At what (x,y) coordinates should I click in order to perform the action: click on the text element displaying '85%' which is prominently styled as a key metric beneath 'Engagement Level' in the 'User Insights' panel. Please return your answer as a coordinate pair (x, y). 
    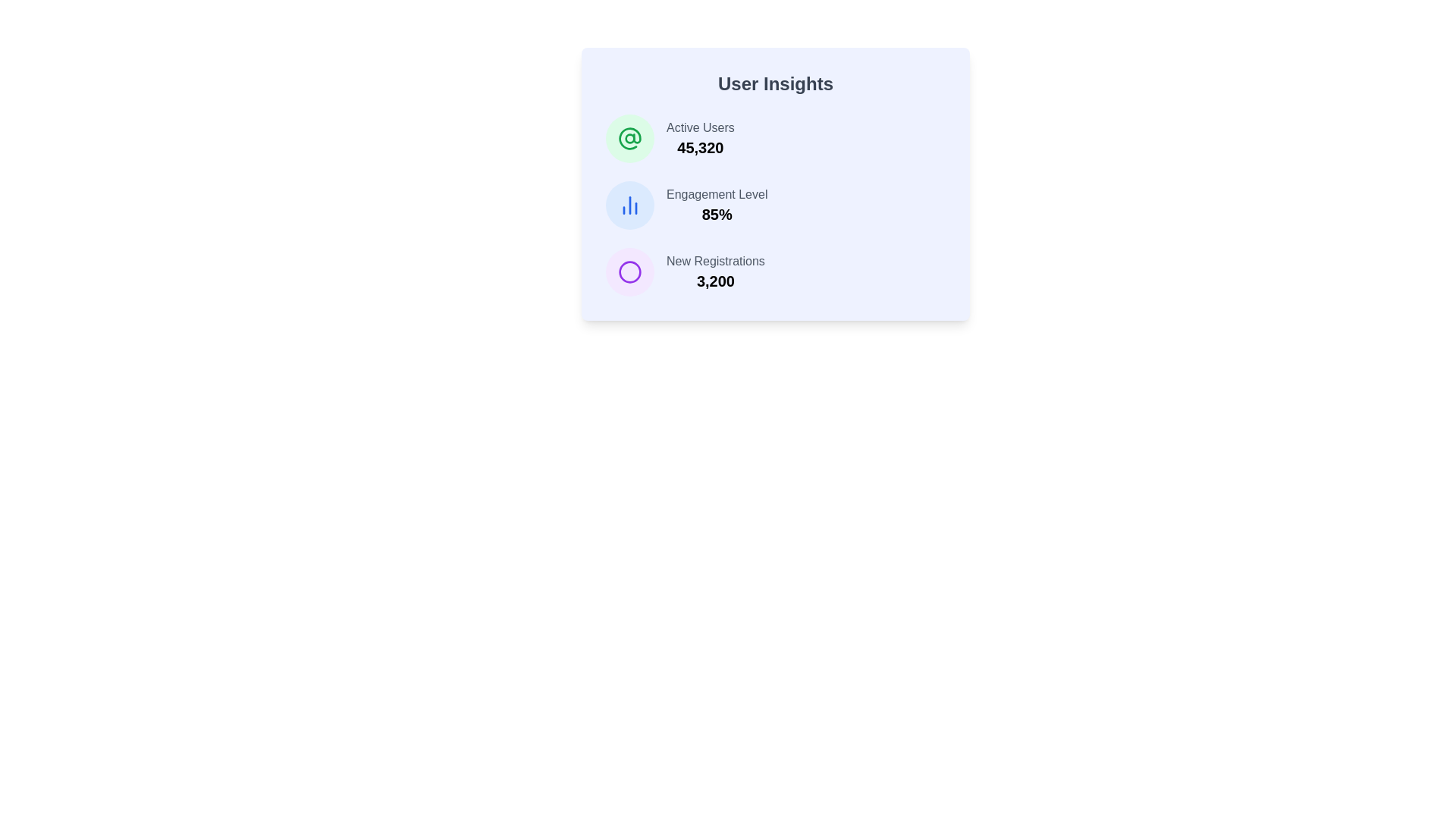
    Looking at the image, I should click on (716, 214).